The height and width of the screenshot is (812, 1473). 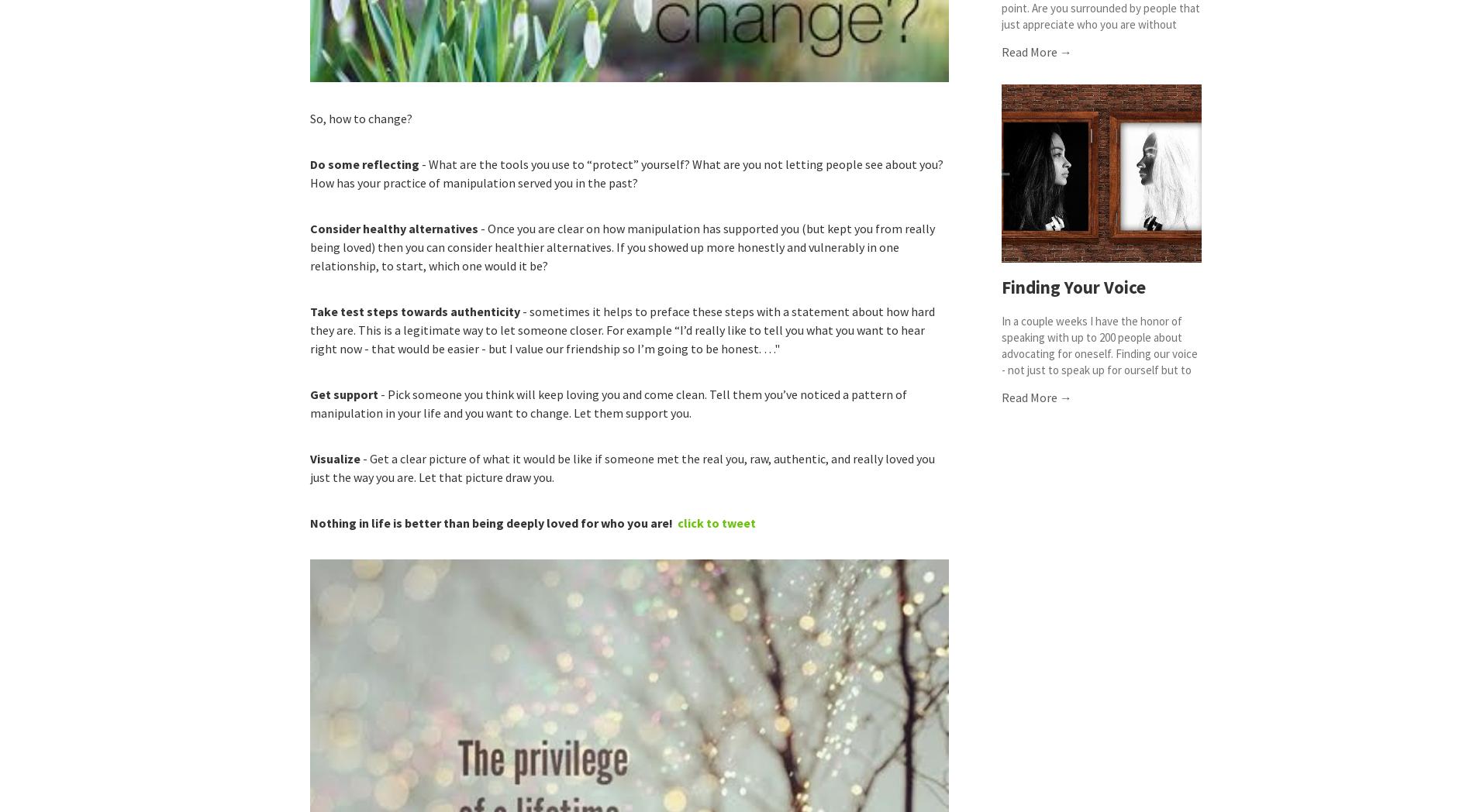 I want to click on 'click to tweet', so click(x=716, y=521).